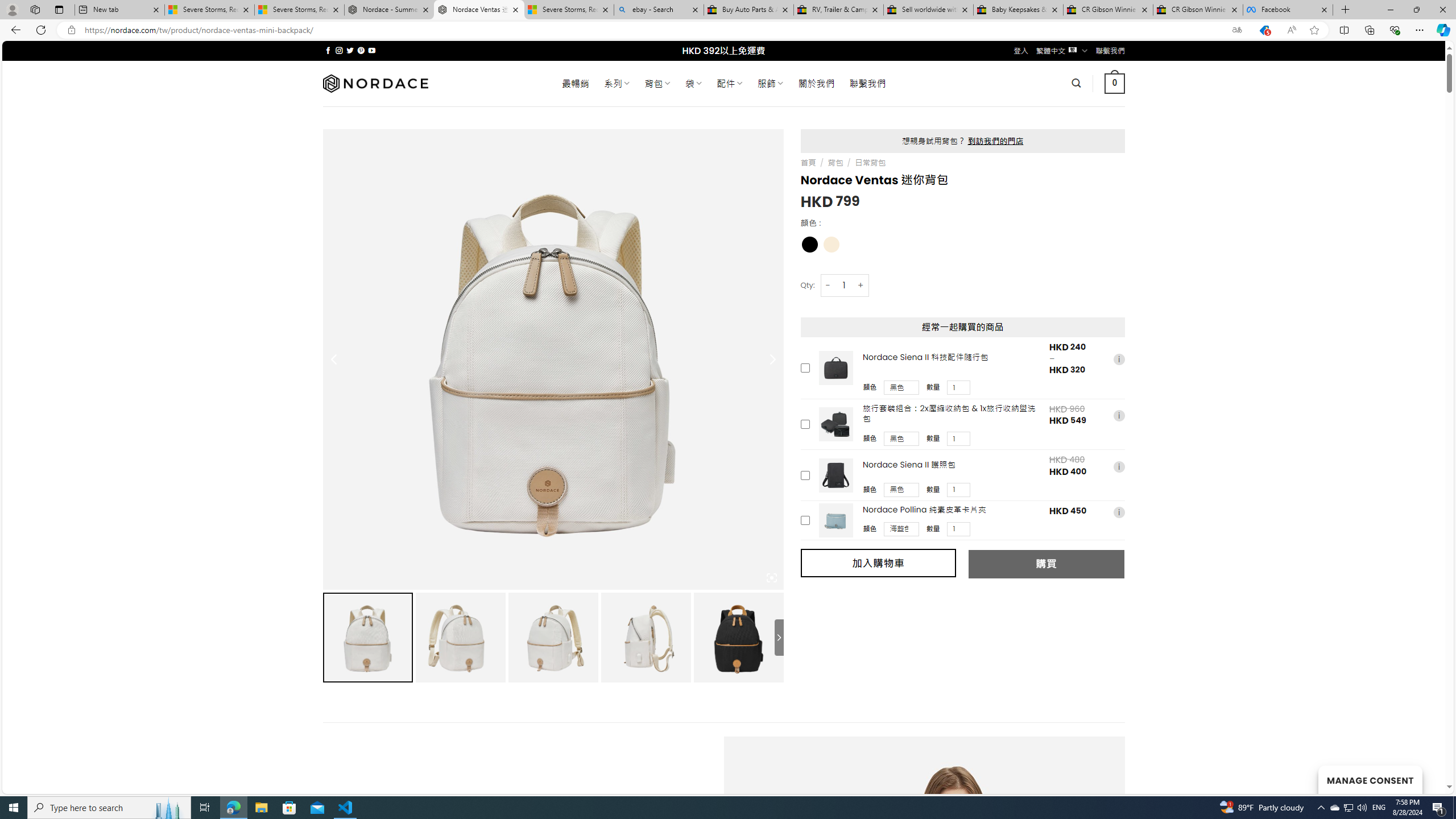 The image size is (1456, 819). Describe the element at coordinates (828, 285) in the screenshot. I see `'-'` at that location.